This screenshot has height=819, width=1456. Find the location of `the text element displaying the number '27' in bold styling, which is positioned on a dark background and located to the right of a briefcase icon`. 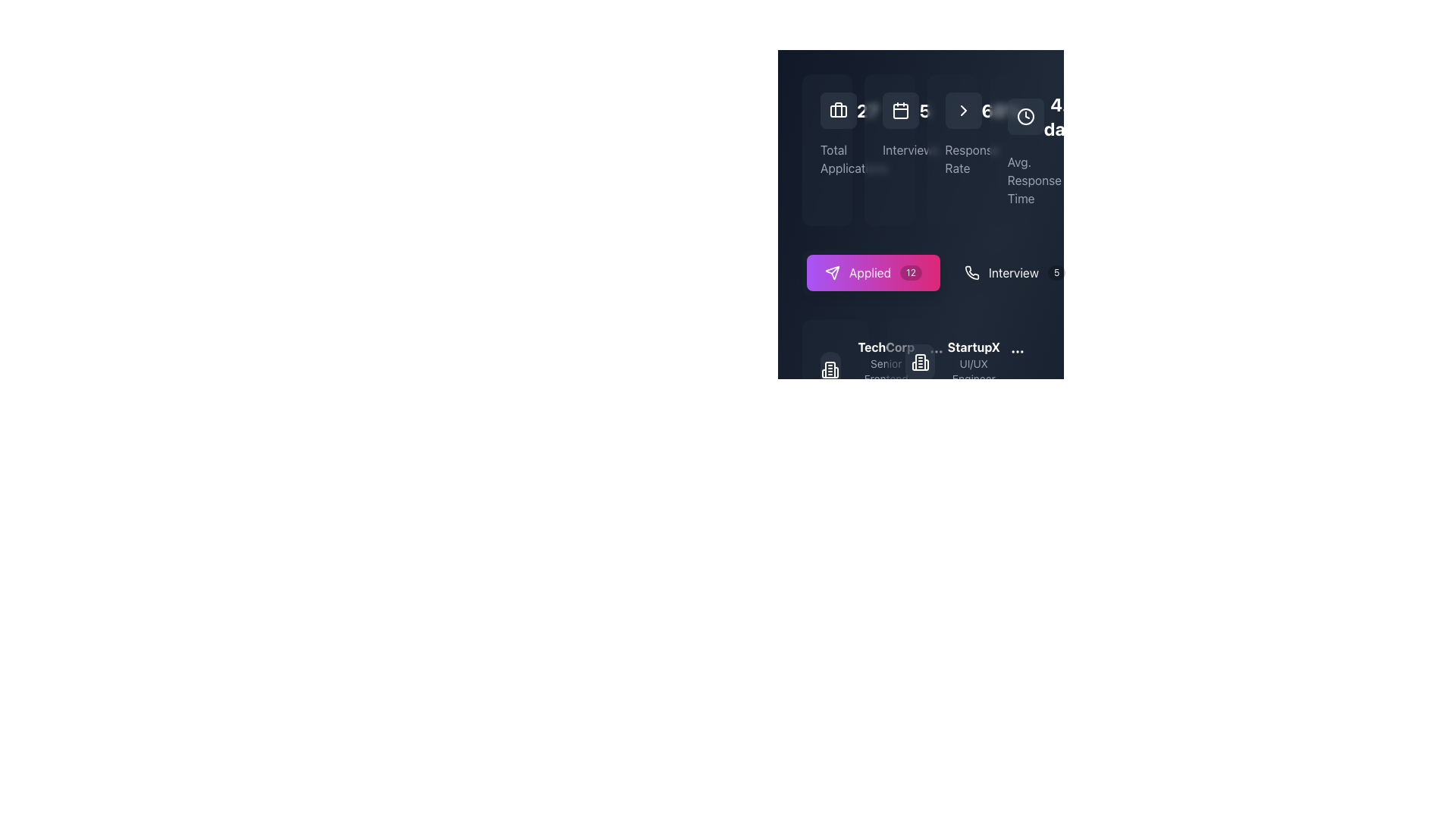

the text element displaying the number '27' in bold styling, which is positioned on a dark background and located to the right of a briefcase icon is located at coordinates (868, 110).